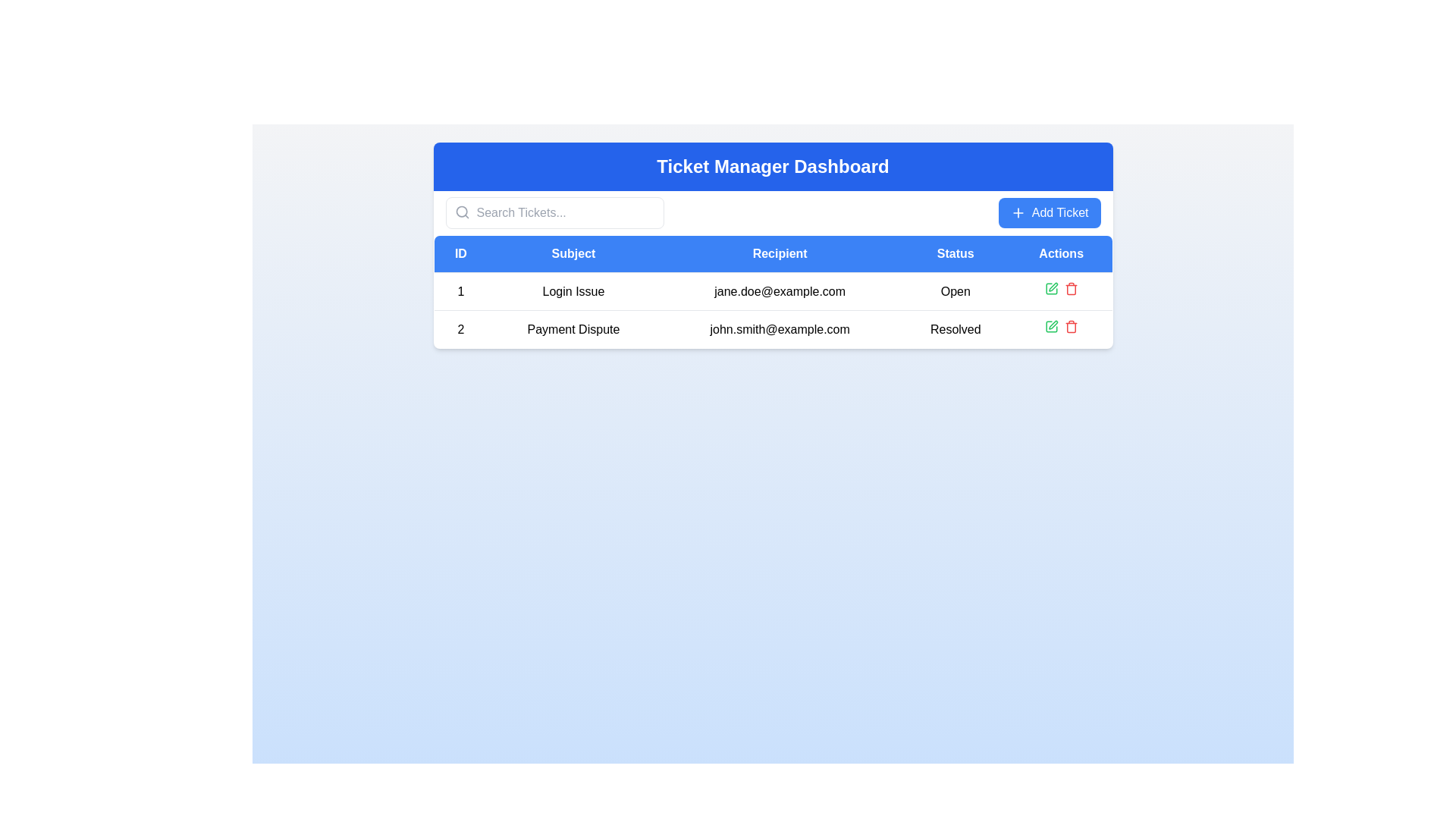 The width and height of the screenshot is (1456, 819). I want to click on the static text label in the 'ID' column of the first row of the table, which serves as the identifier for the associated row in the table, so click(460, 291).